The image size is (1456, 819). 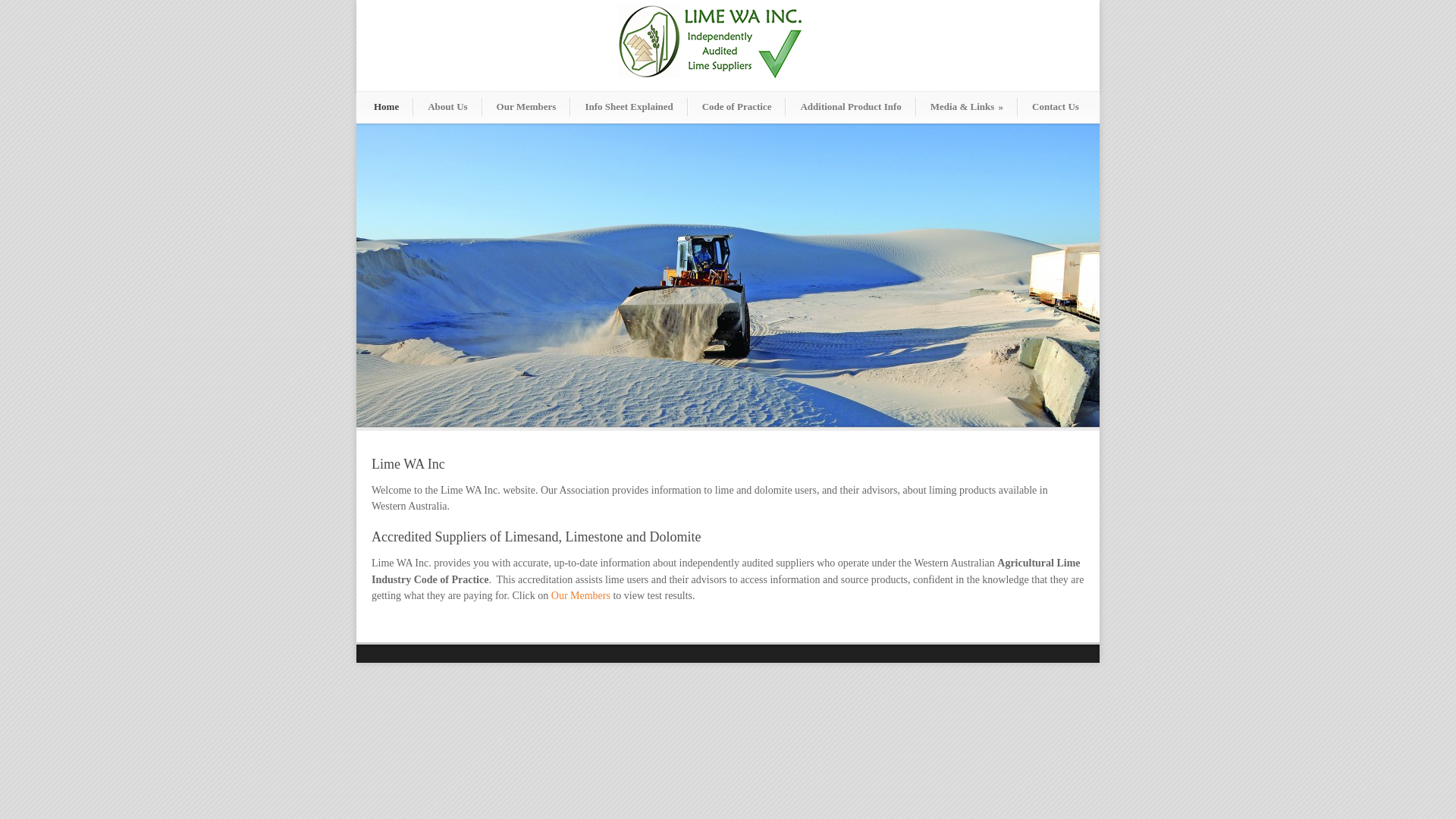 What do you see at coordinates (629, 106) in the screenshot?
I see `'Info Sheet Explained'` at bounding box center [629, 106].